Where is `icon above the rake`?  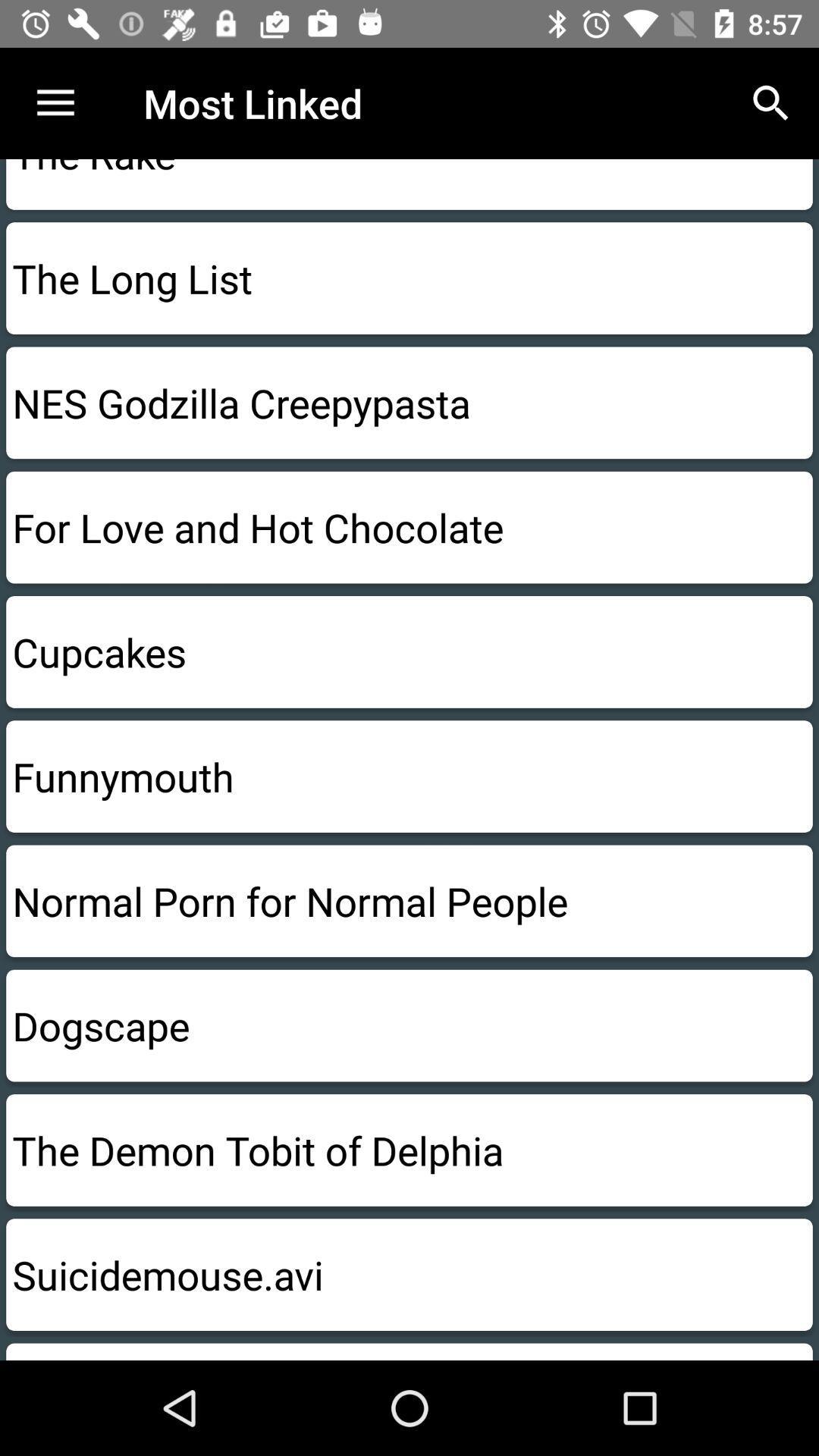 icon above the rake is located at coordinates (771, 102).